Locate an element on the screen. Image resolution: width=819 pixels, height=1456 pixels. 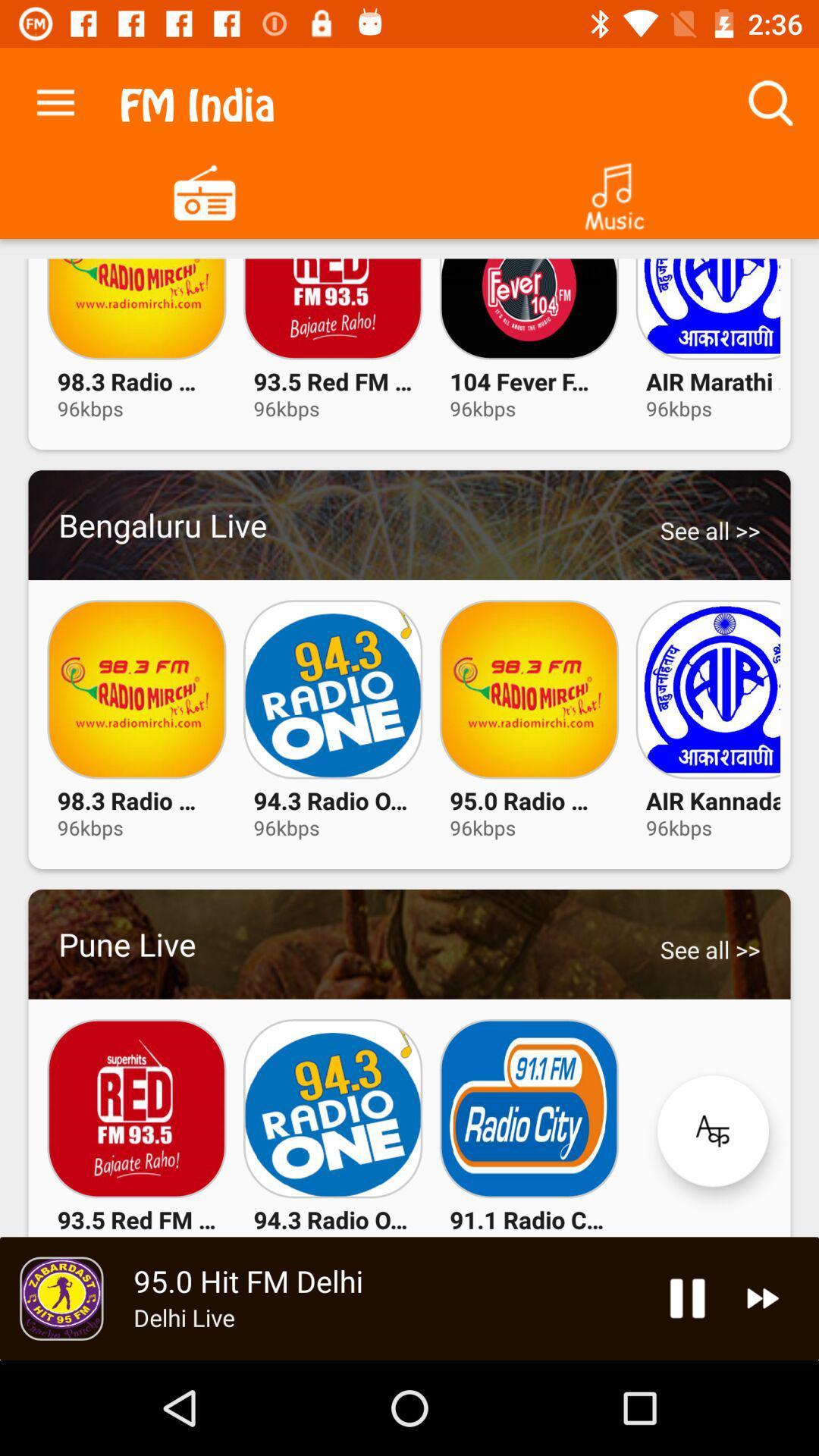
the item to the left of the fm india icon is located at coordinates (55, 99).